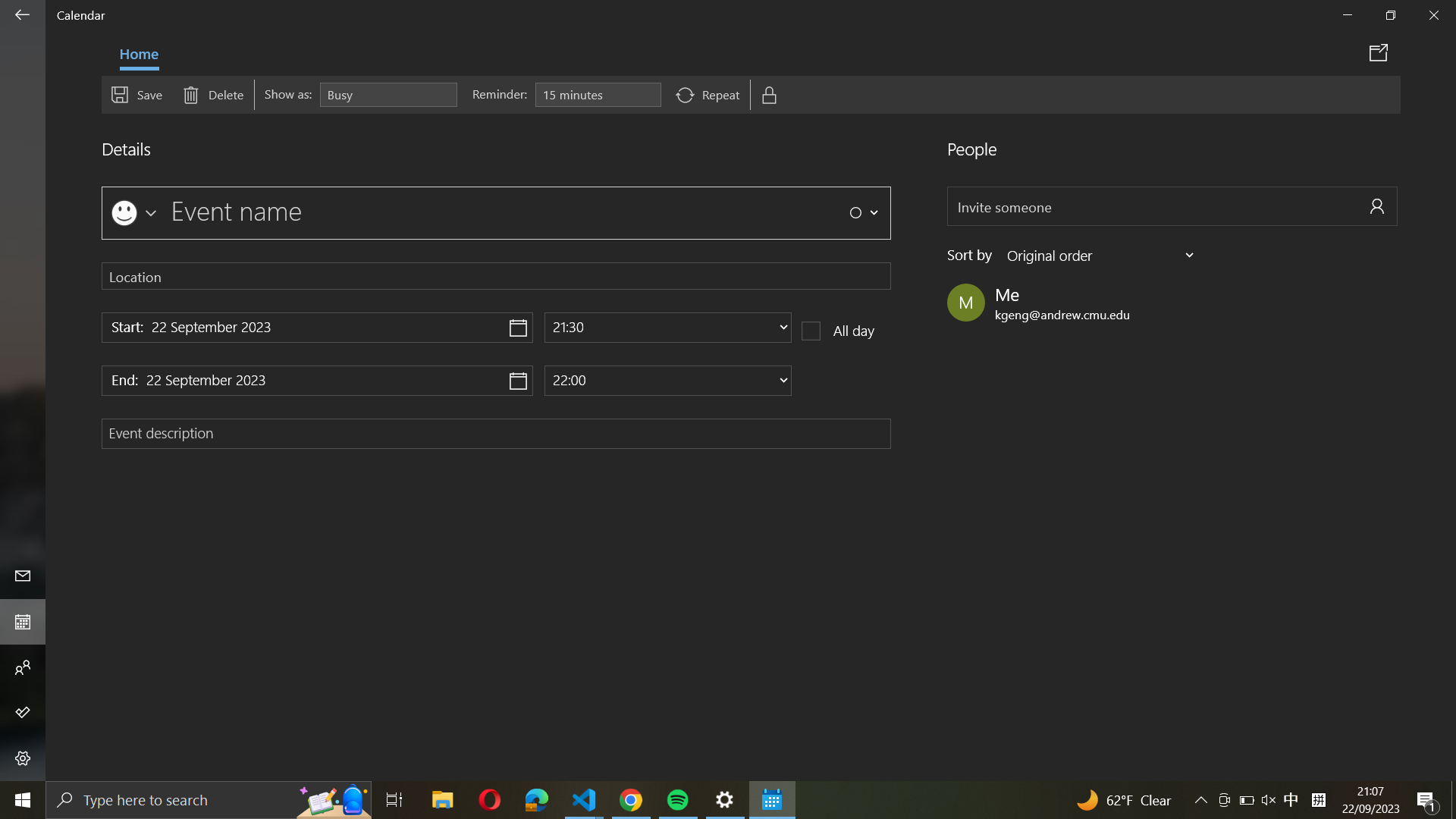 The width and height of the screenshot is (1456, 819). Describe the element at coordinates (667, 379) in the screenshot. I see `Adjust the termination time of the event to 10:00 PM` at that location.